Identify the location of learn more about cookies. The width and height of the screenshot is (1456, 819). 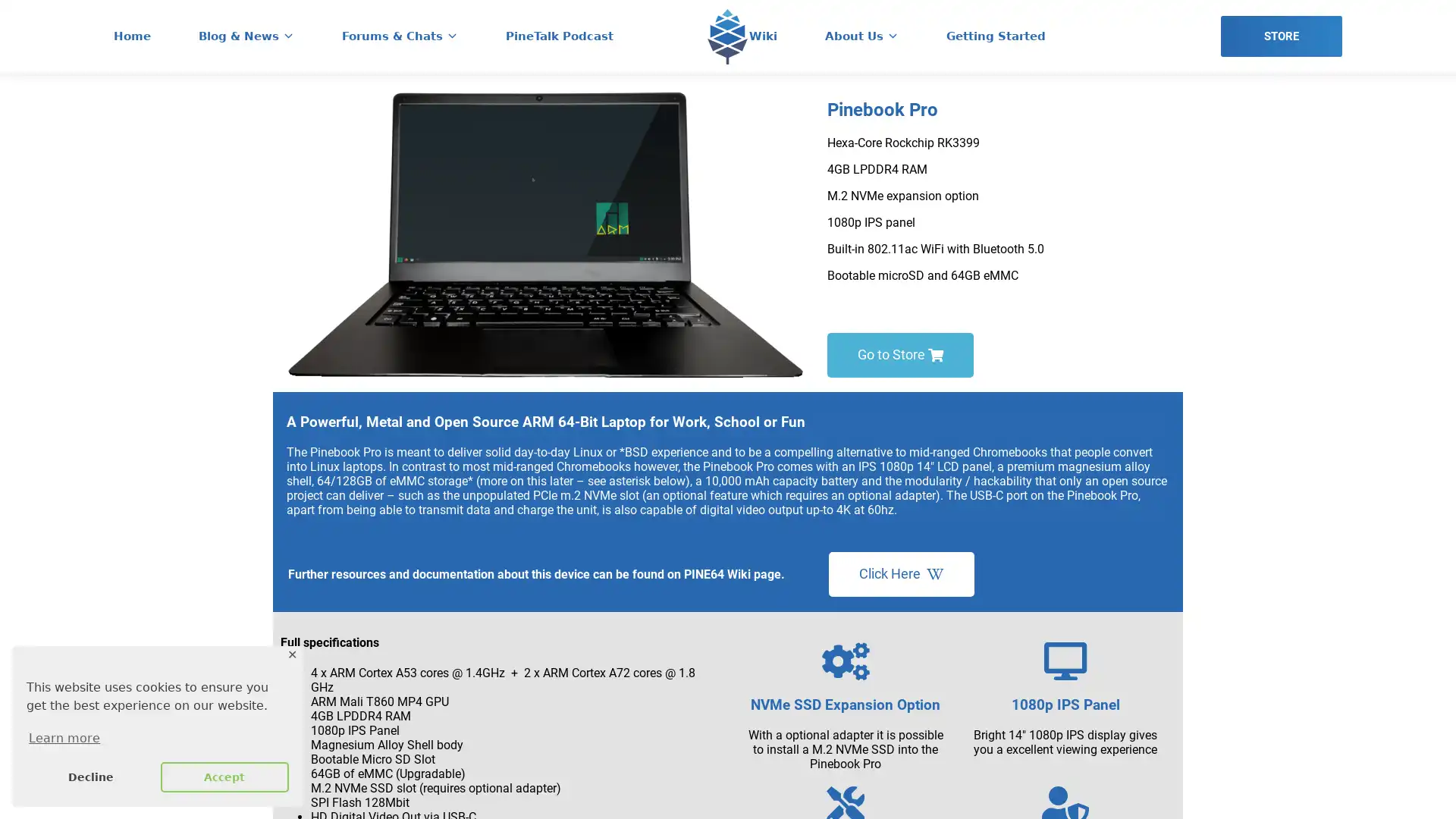
(157, 737).